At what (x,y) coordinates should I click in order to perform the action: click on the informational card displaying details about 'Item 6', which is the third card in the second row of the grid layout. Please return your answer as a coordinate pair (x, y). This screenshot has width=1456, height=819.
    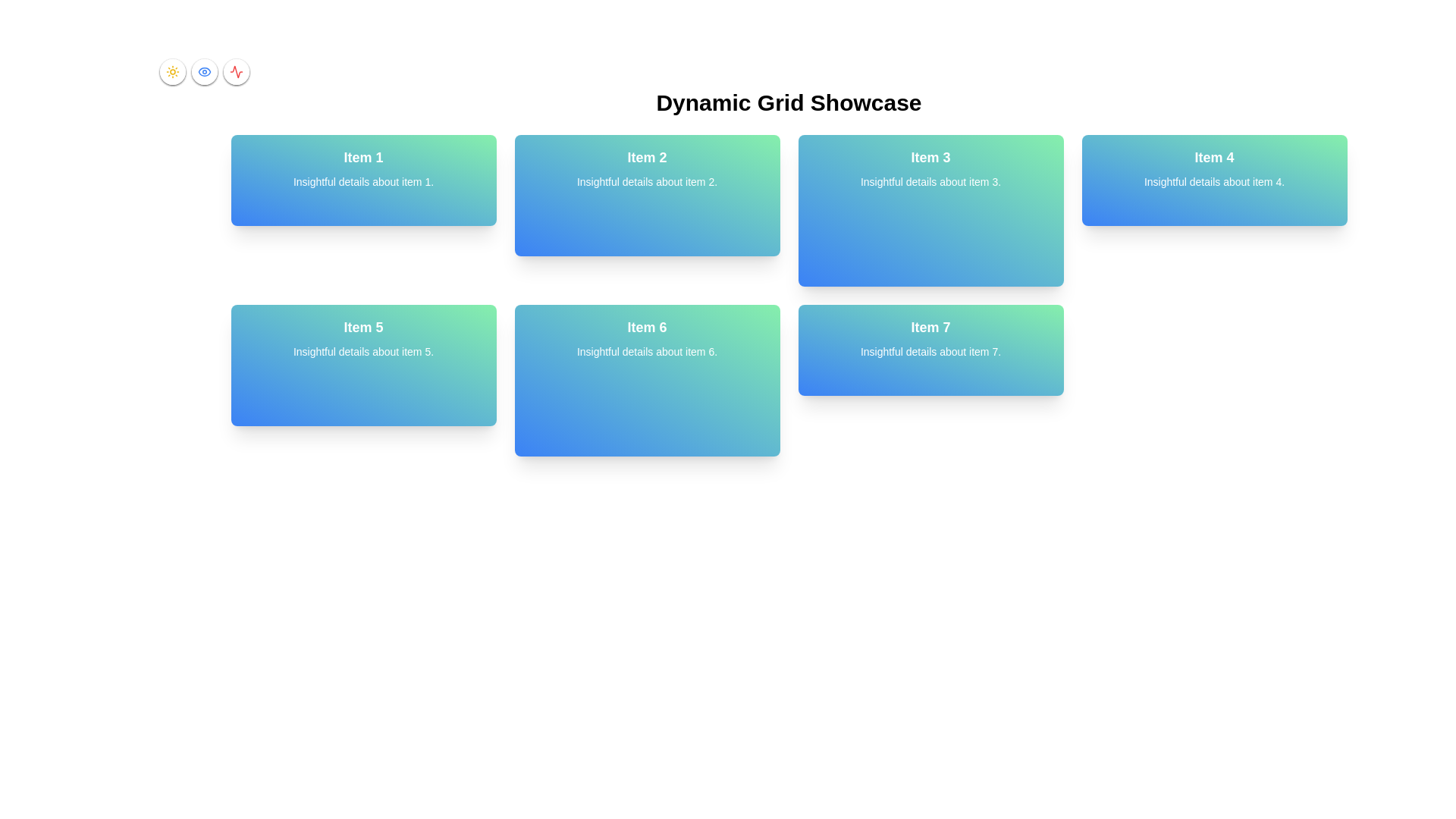
    Looking at the image, I should click on (647, 379).